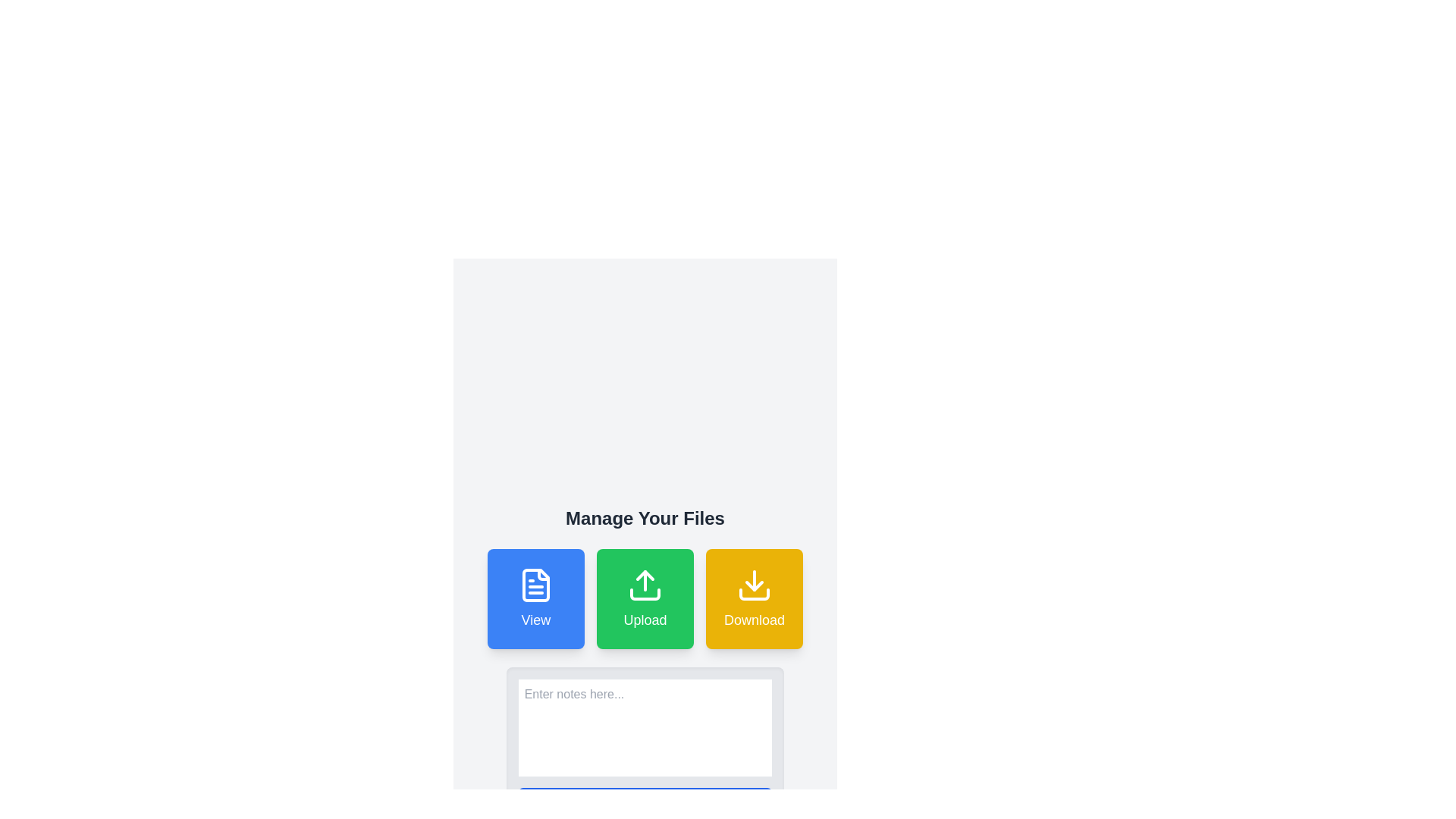 This screenshot has width=1456, height=819. What do you see at coordinates (755, 620) in the screenshot?
I see `the text label within the yellow 'Download' button, which indicates the functionality of the button for downloading files` at bounding box center [755, 620].